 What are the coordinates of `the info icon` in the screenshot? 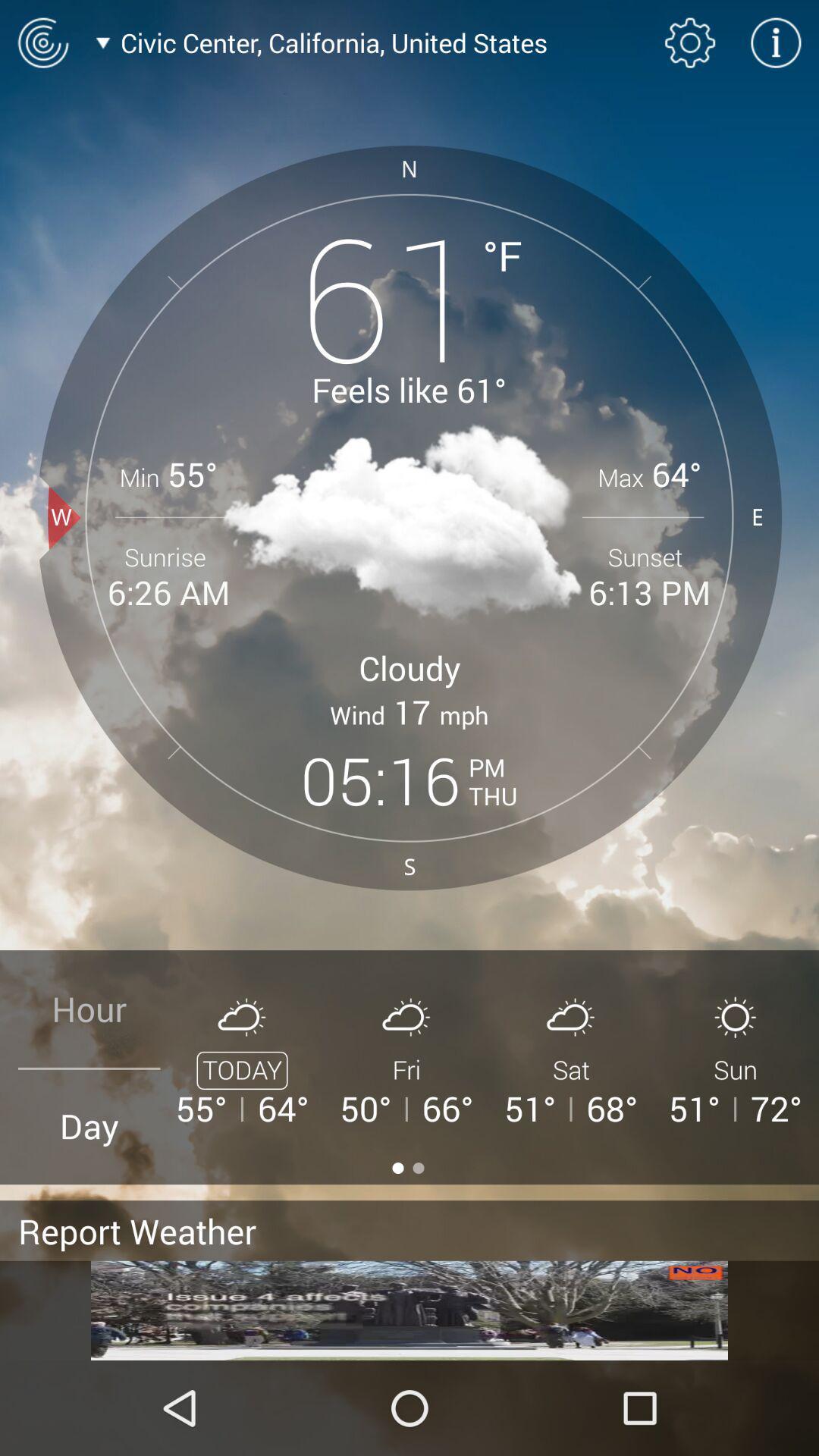 It's located at (776, 42).